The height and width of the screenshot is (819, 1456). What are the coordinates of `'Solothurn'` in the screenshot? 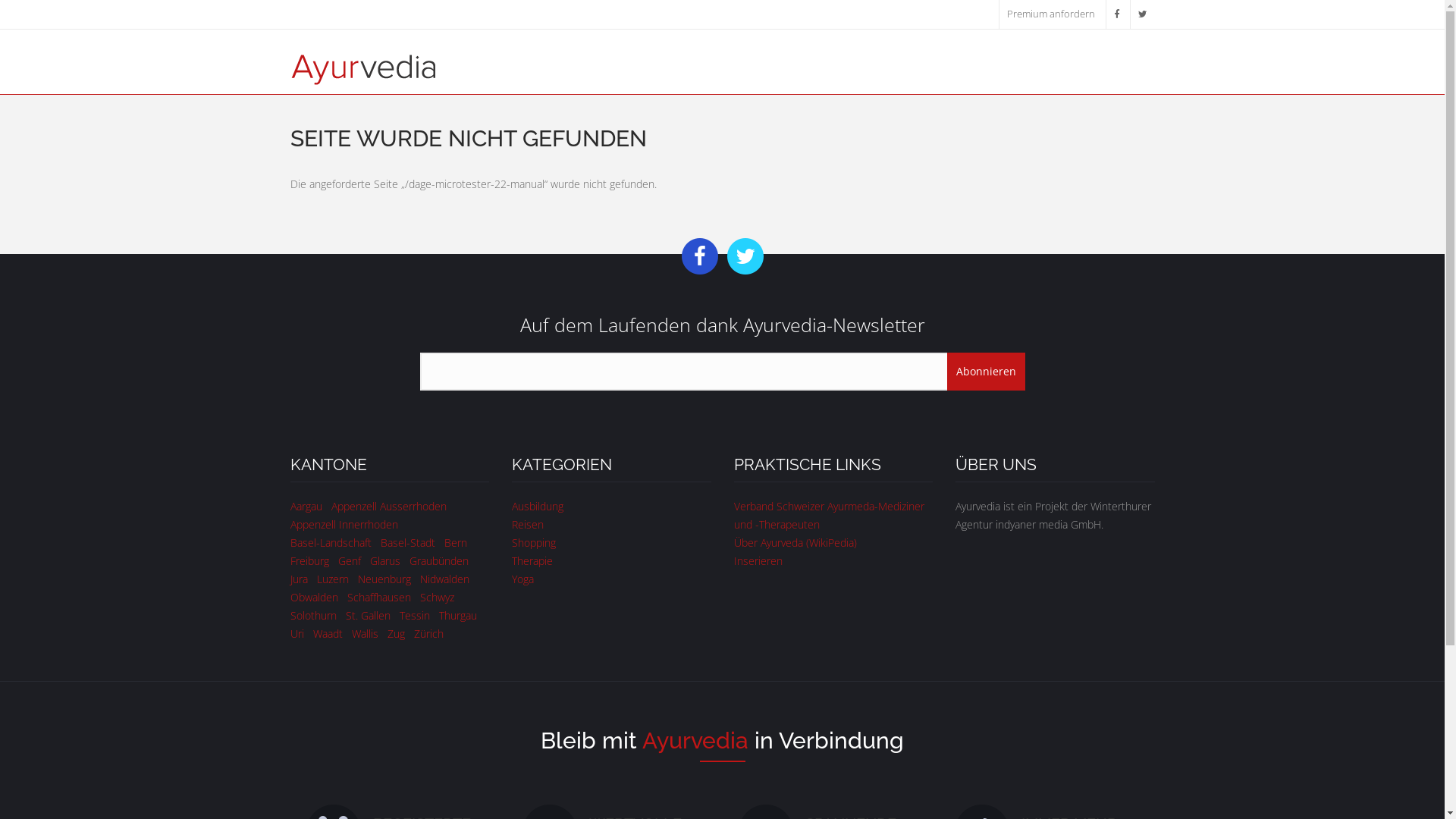 It's located at (312, 615).